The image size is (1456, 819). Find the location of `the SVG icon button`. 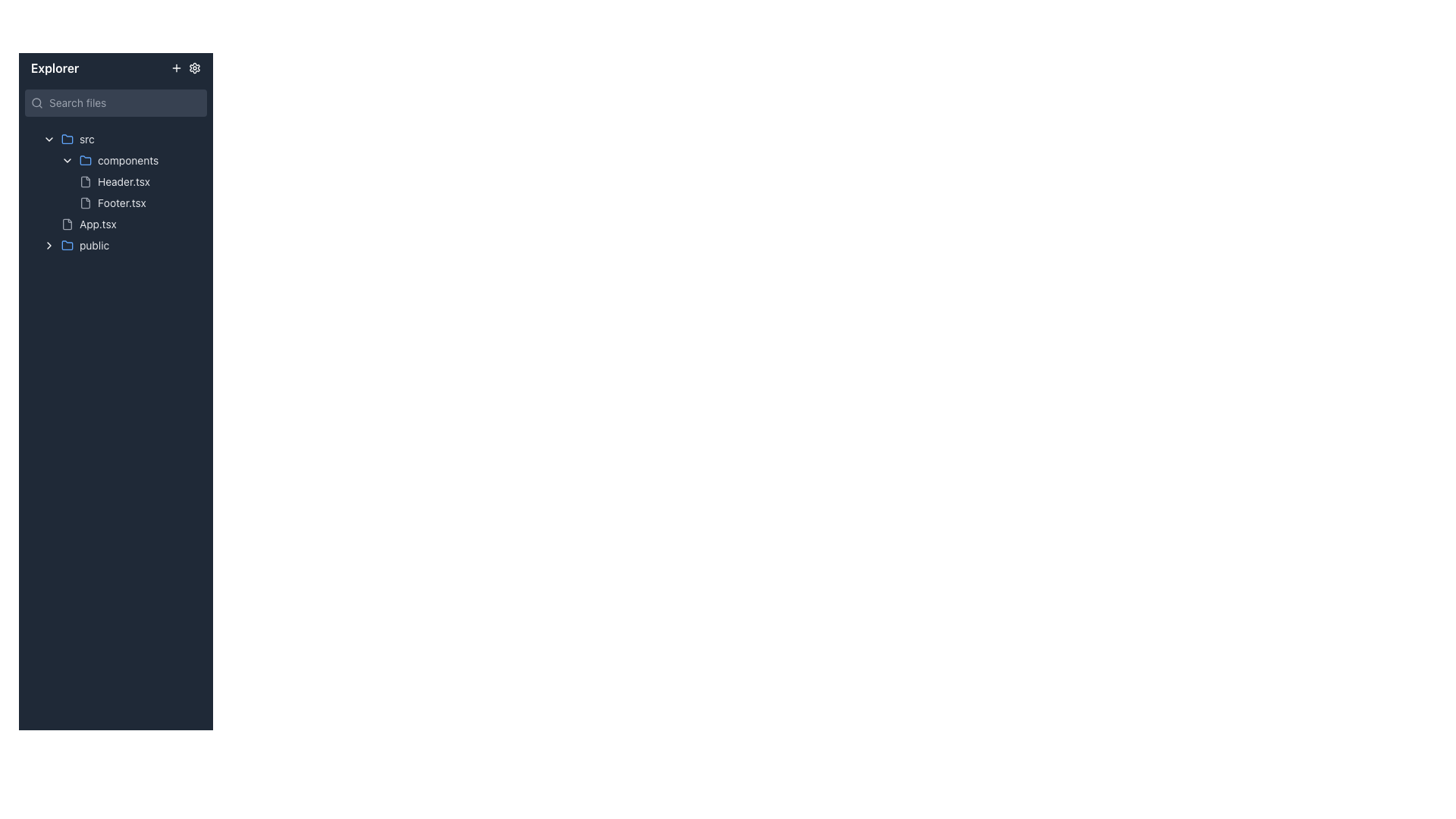

the SVG icon button is located at coordinates (49, 140).